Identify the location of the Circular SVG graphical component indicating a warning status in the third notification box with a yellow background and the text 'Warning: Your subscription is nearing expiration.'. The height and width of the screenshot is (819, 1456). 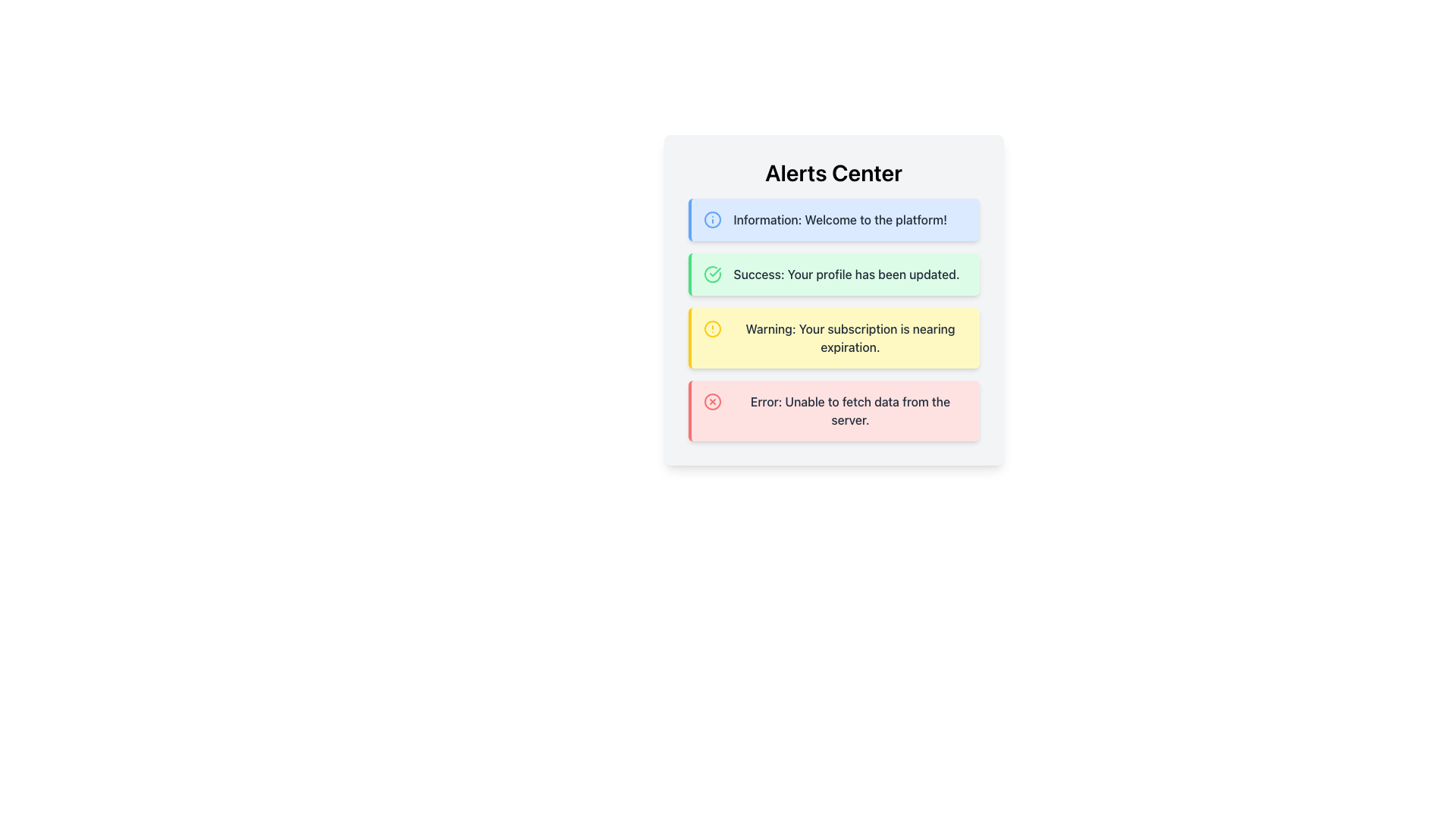
(711, 328).